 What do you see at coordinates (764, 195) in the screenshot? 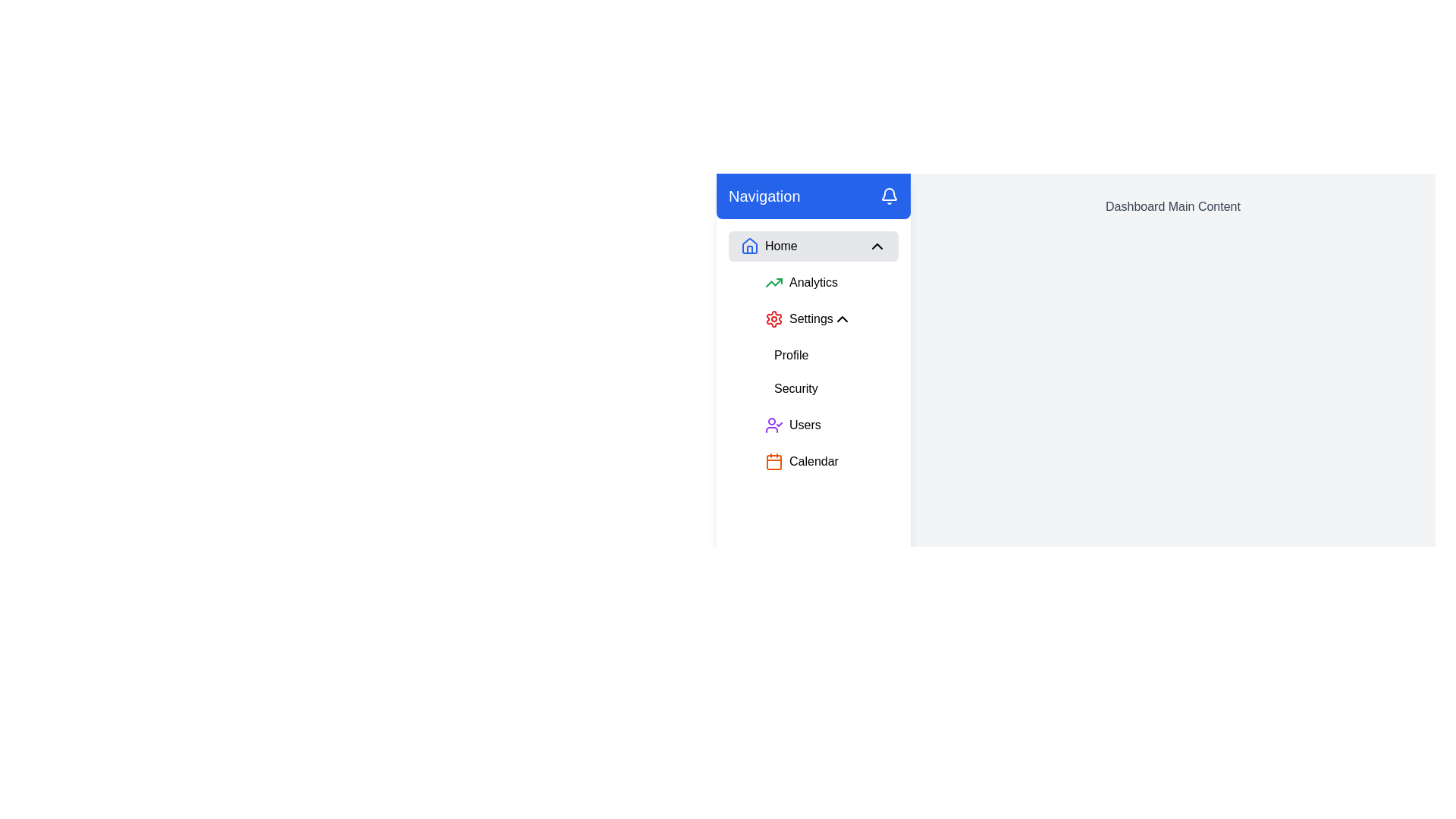
I see `the 'Navigation' text label, which is displayed in large, bold white font on a rich blue background, located in the header section of the vertical navigation sidebar` at bounding box center [764, 195].